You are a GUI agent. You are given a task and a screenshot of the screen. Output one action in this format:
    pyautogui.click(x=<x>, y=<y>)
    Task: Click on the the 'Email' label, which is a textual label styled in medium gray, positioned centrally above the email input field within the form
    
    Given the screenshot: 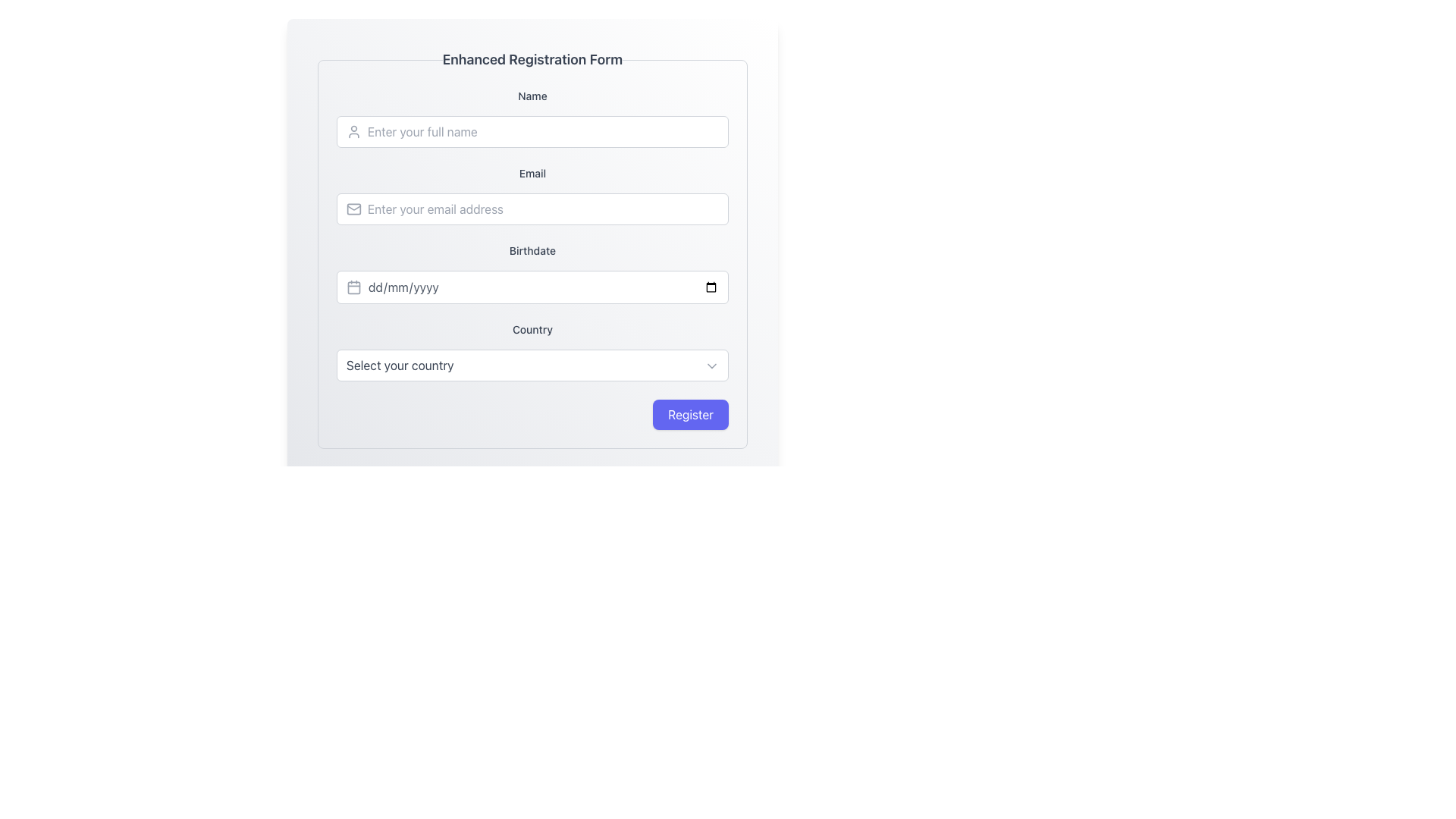 What is the action you would take?
    pyautogui.click(x=532, y=172)
    